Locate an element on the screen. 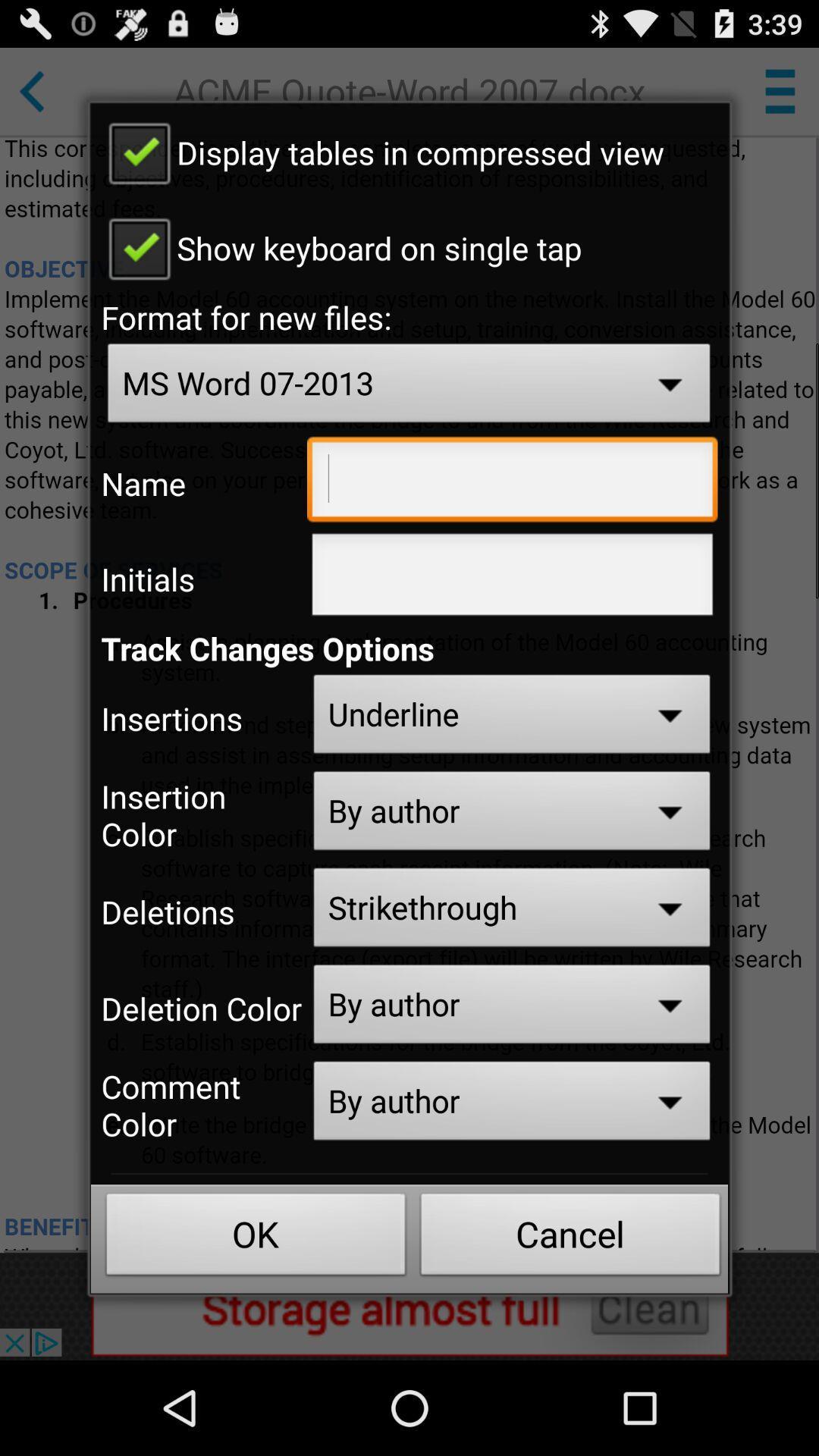 Image resolution: width=819 pixels, height=1456 pixels. the name box is located at coordinates (512, 482).